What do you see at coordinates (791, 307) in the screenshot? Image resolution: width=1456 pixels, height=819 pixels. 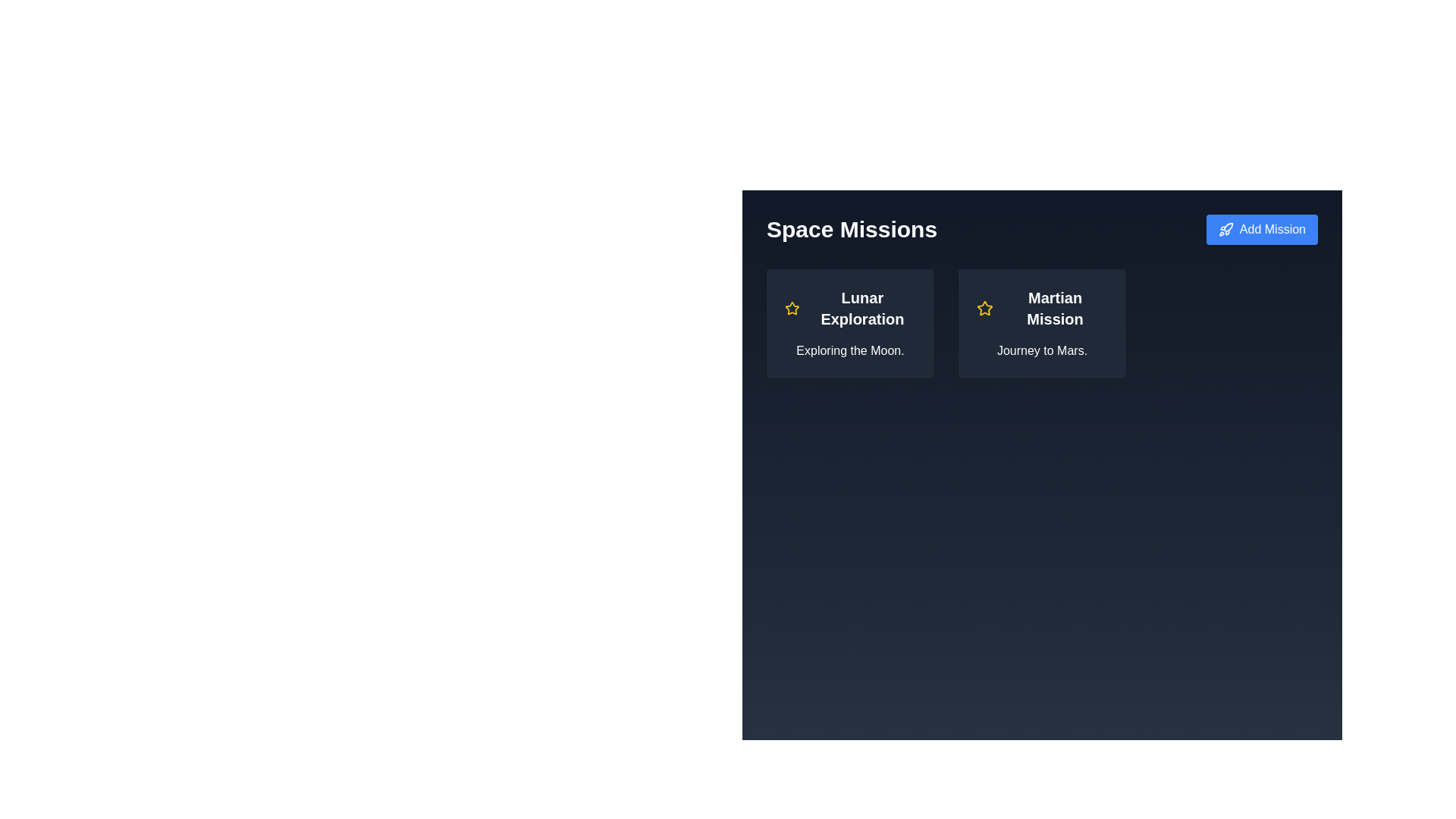 I see `interactive star icon located in the top-left corner of the 'Lunar Exploration' card under 'Space Missions' for details` at bounding box center [791, 307].